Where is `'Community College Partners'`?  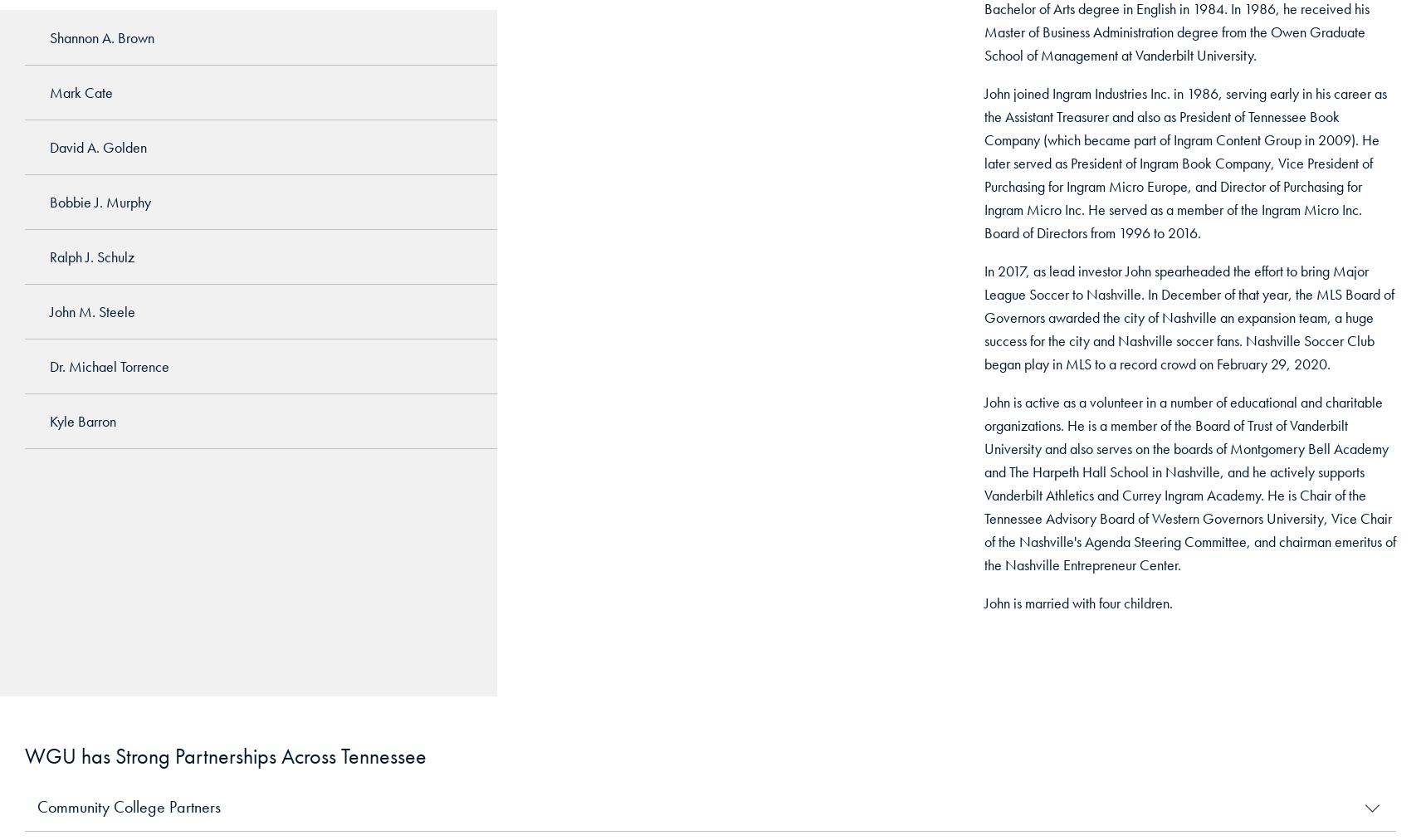
'Community College Partners' is located at coordinates (128, 807).